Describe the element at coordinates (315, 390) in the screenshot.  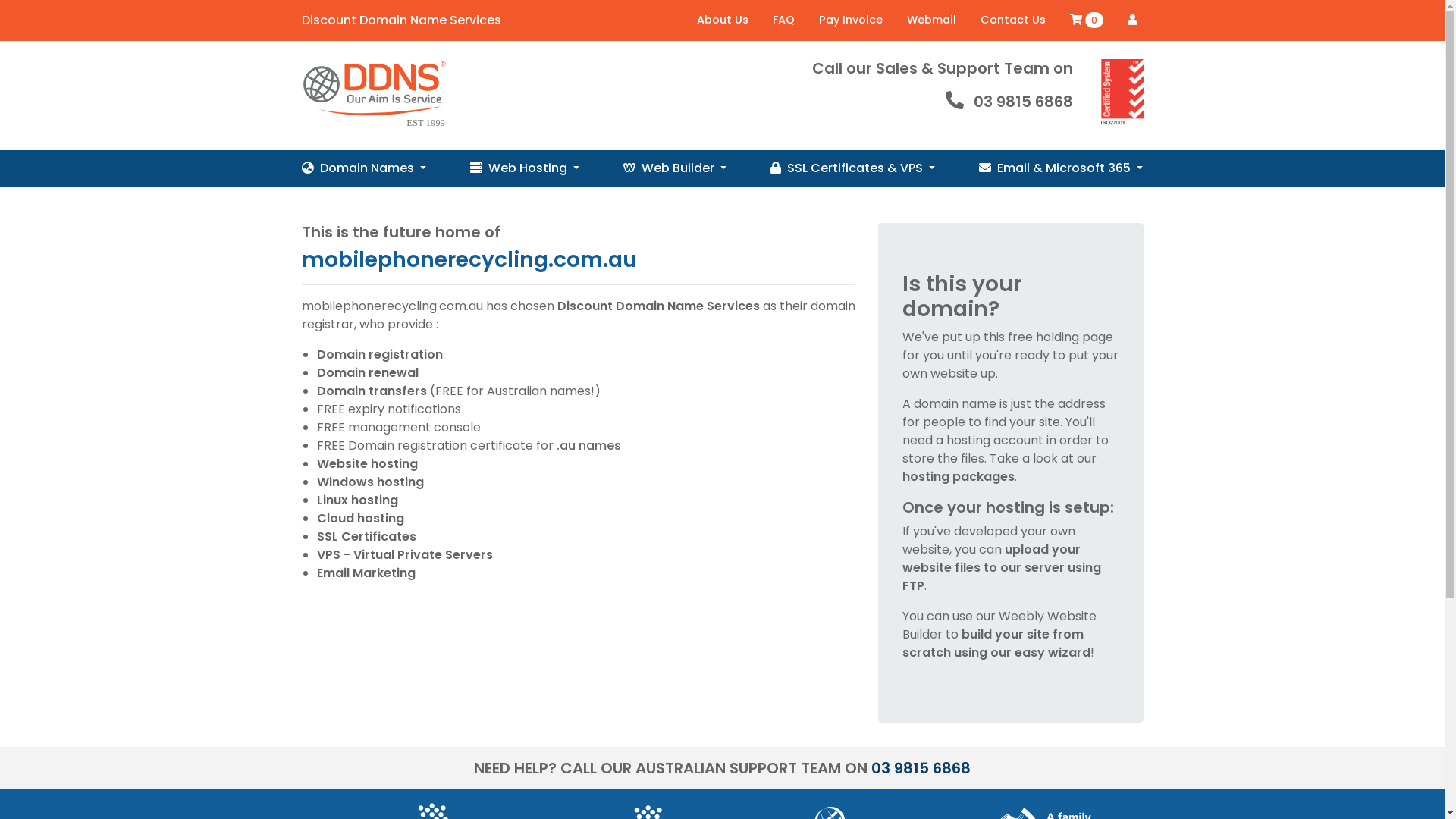
I see `'Domain transfers'` at that location.